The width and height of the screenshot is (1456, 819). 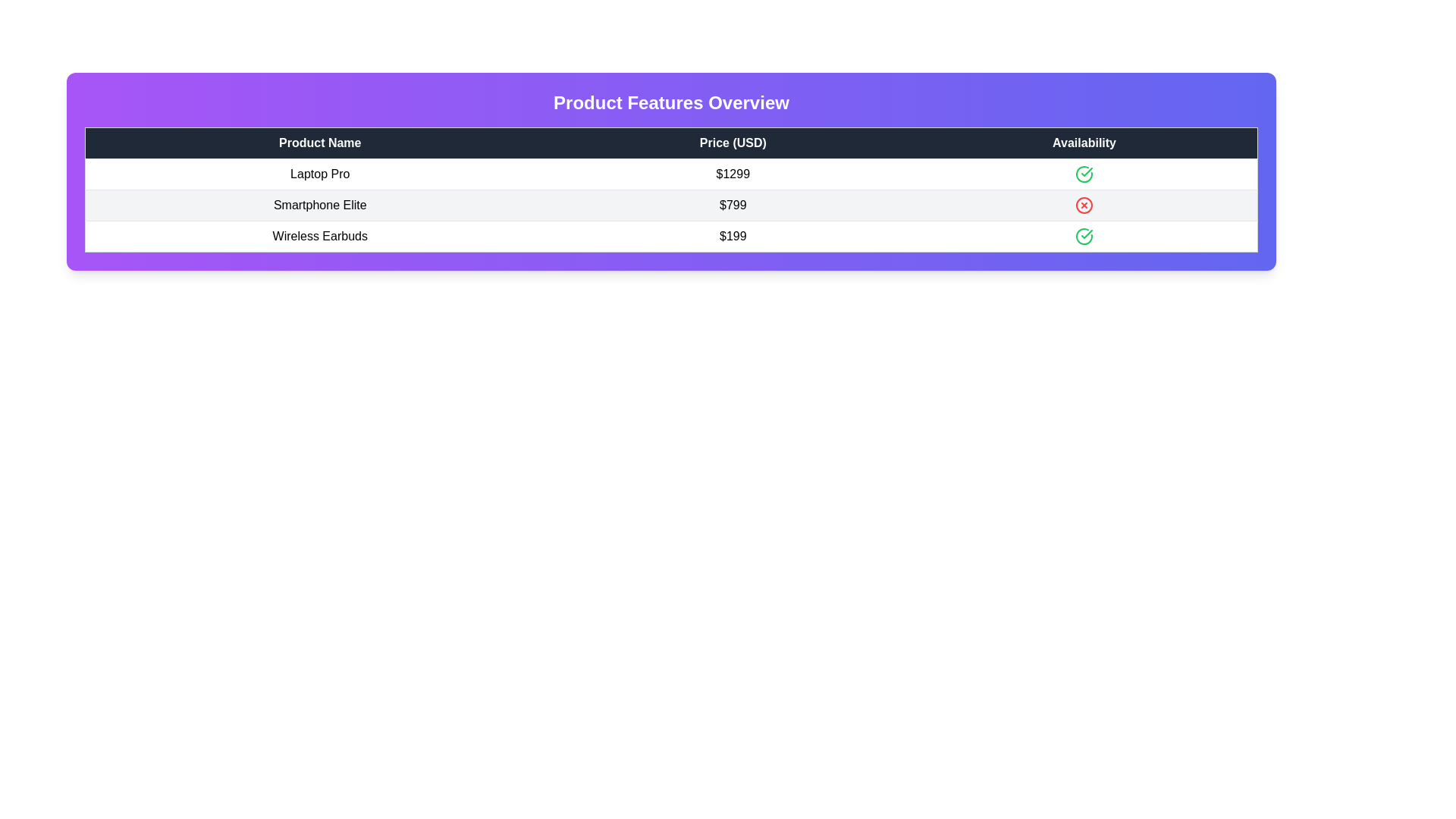 What do you see at coordinates (319, 237) in the screenshot?
I see `the text label displaying 'Wireless Earbuds' in the third row of the product listing table under the 'Product Name' column` at bounding box center [319, 237].